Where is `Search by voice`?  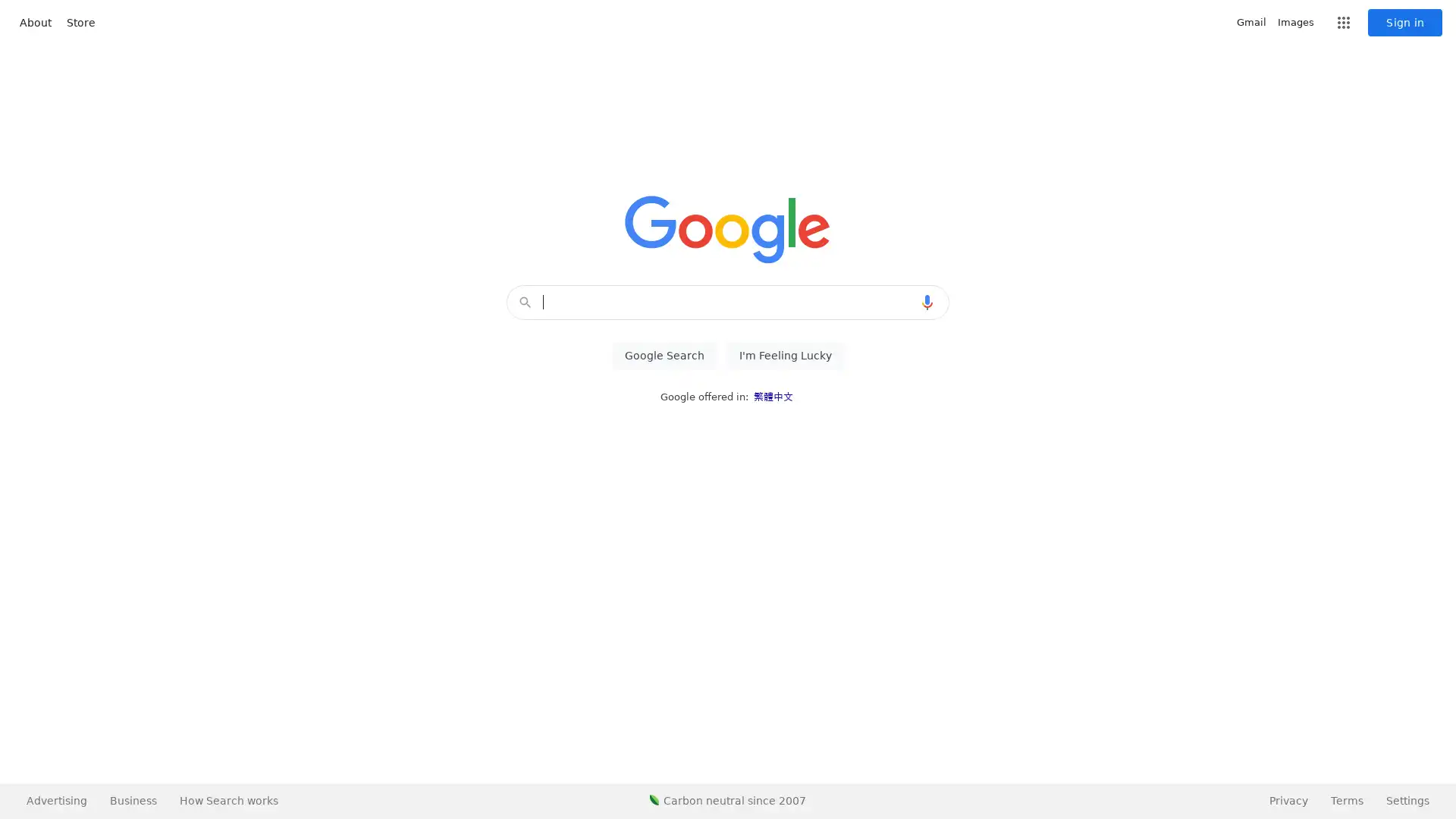
Search by voice is located at coordinates (927, 302).